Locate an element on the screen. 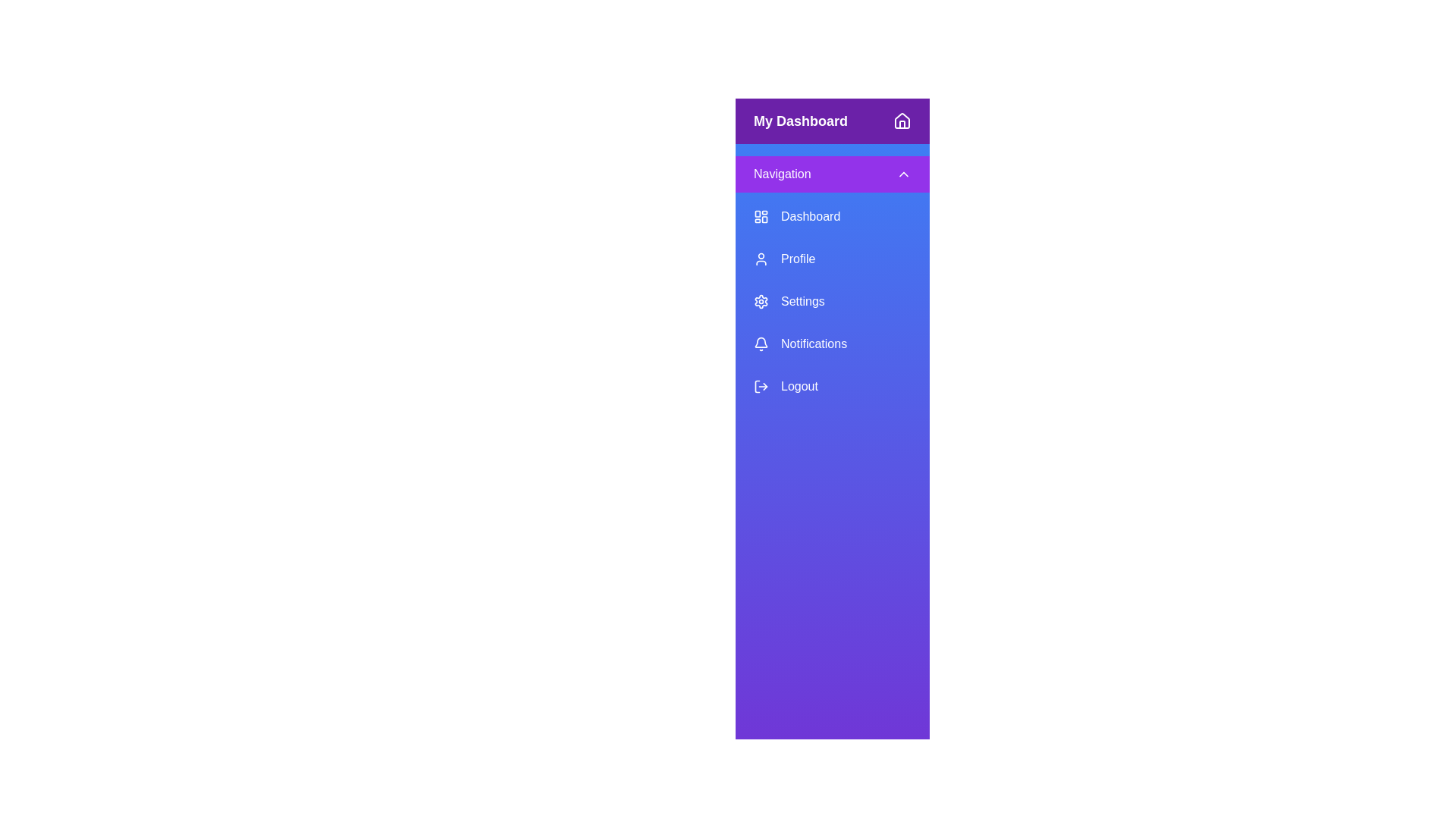 This screenshot has height=819, width=1456. the logout icon, which is a minimalistic arrow pointing outward from a door, located to the left of the 'Logout' text in the sidebar menu is located at coordinates (761, 385).